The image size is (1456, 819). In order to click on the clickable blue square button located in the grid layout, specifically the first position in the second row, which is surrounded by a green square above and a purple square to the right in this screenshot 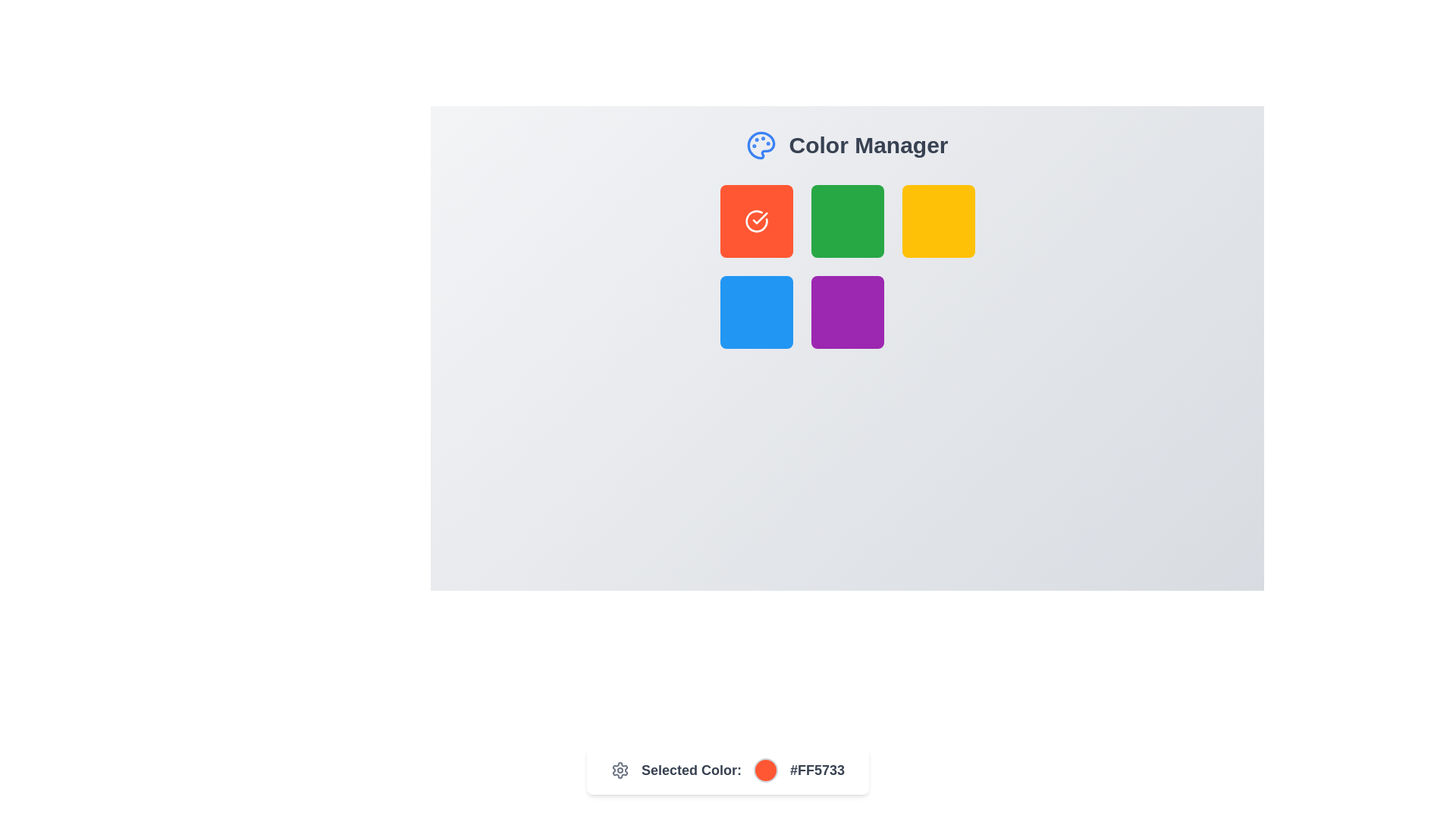, I will do `click(756, 312)`.